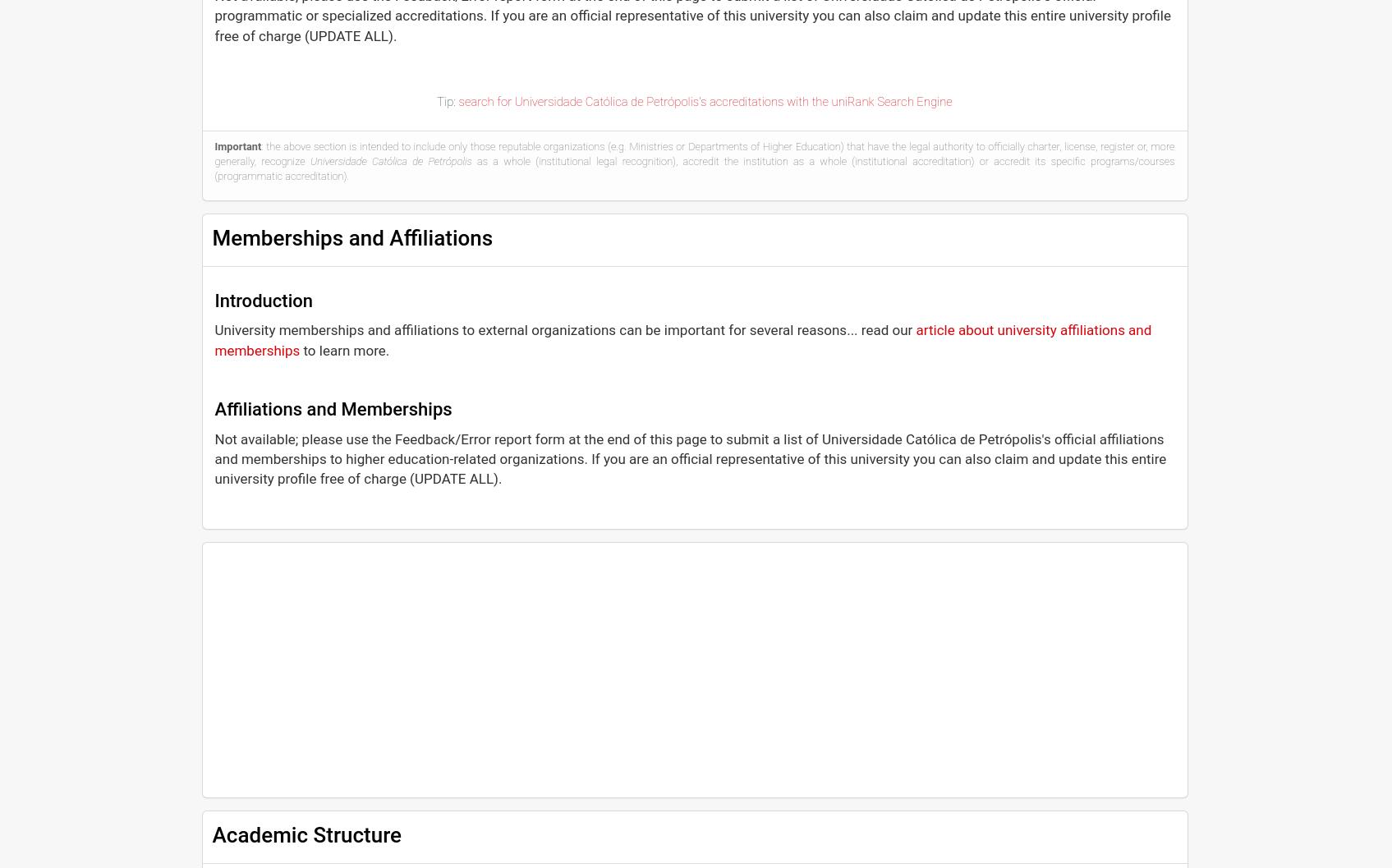 The width and height of the screenshot is (1392, 868). Describe the element at coordinates (694, 153) in the screenshot. I see `': the above section is intended to include only those reputable organizations (e.g. Ministries or Departments of Higher Education) that have the legal authority to officially charter, license, register or, more generally, recognize'` at that location.